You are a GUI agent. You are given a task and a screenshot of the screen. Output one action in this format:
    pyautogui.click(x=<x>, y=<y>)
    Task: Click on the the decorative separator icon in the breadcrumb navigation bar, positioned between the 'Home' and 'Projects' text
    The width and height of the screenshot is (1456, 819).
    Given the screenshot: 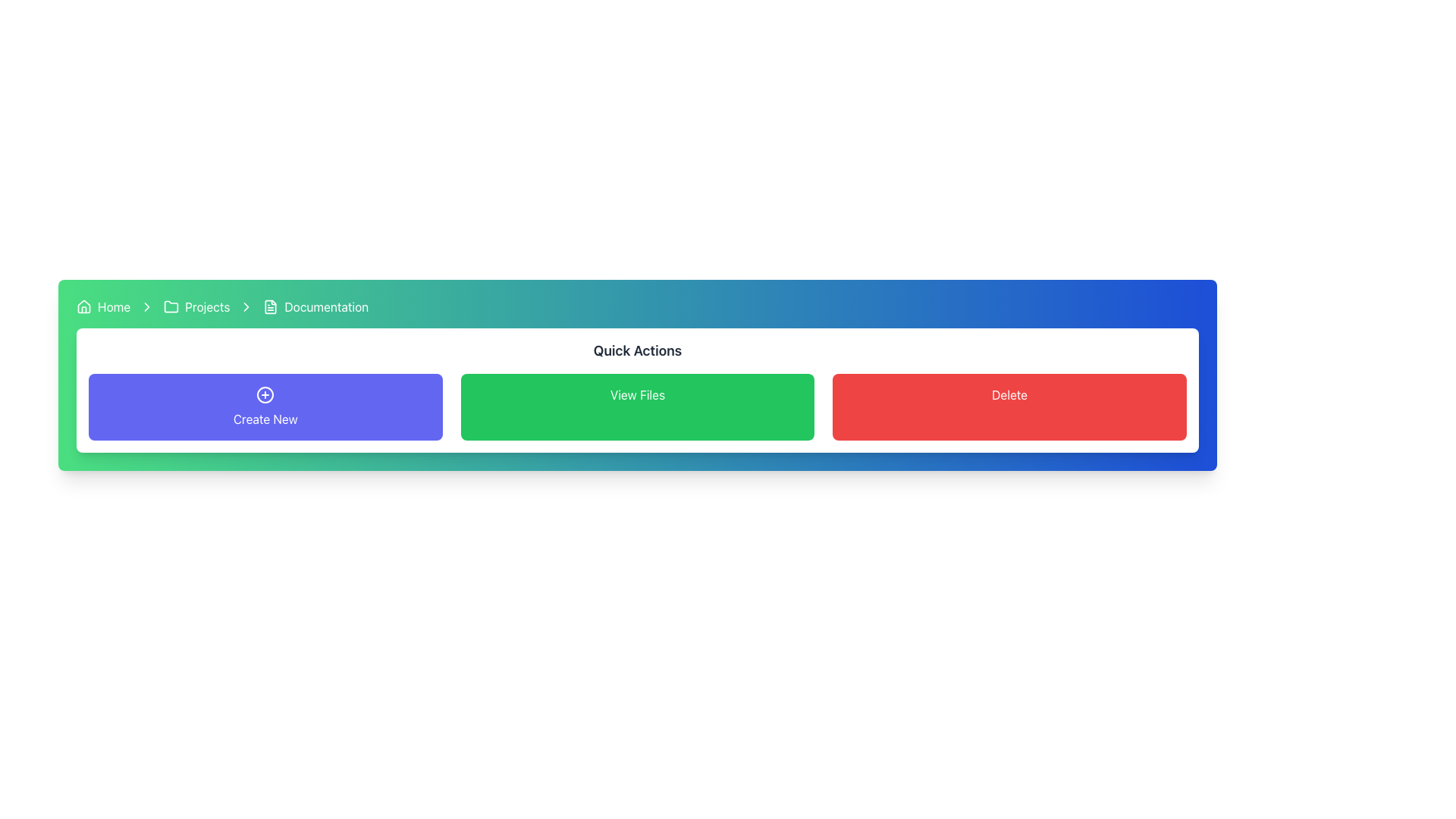 What is the action you would take?
    pyautogui.click(x=147, y=307)
    